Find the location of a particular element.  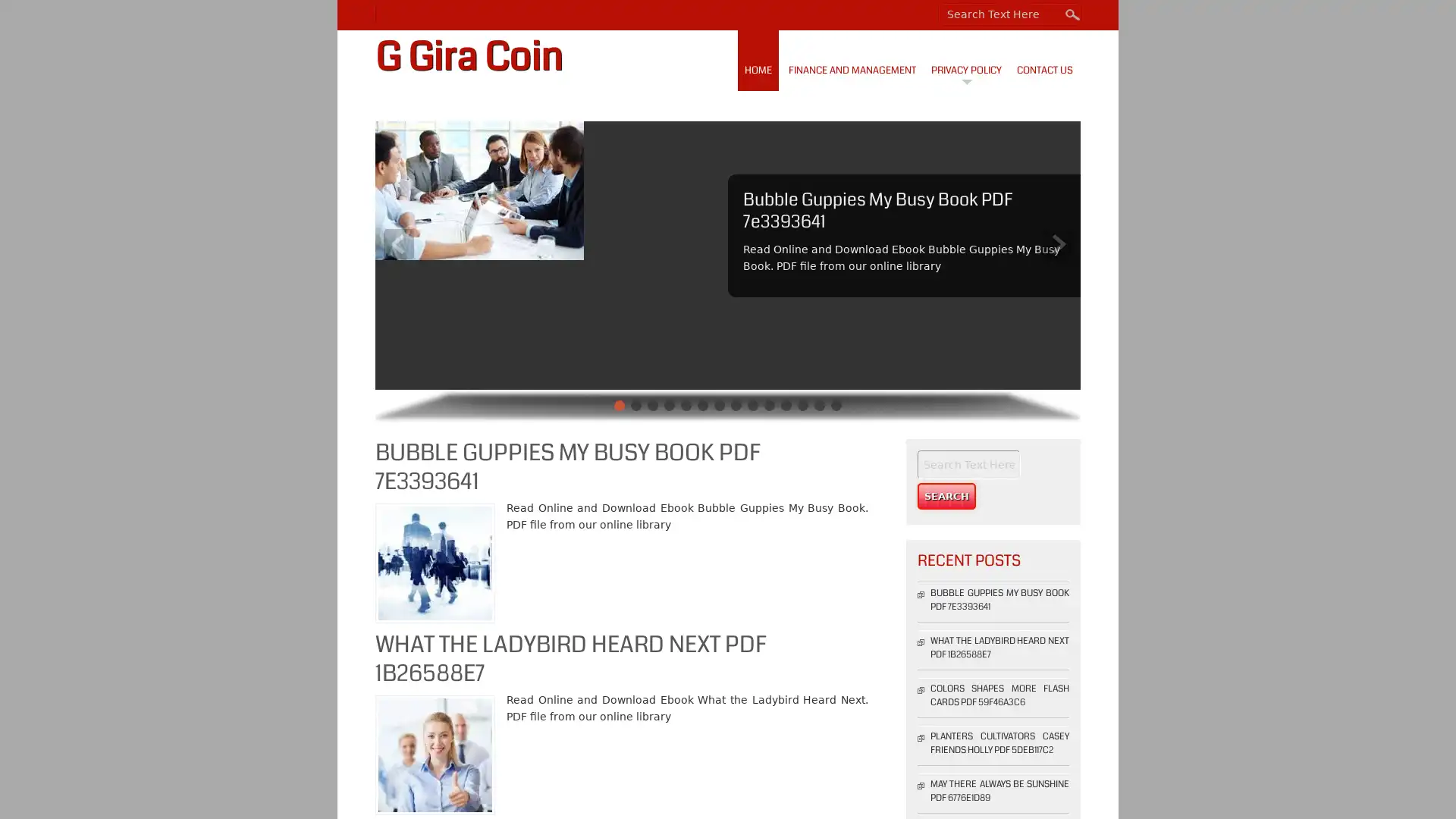

Search is located at coordinates (946, 496).